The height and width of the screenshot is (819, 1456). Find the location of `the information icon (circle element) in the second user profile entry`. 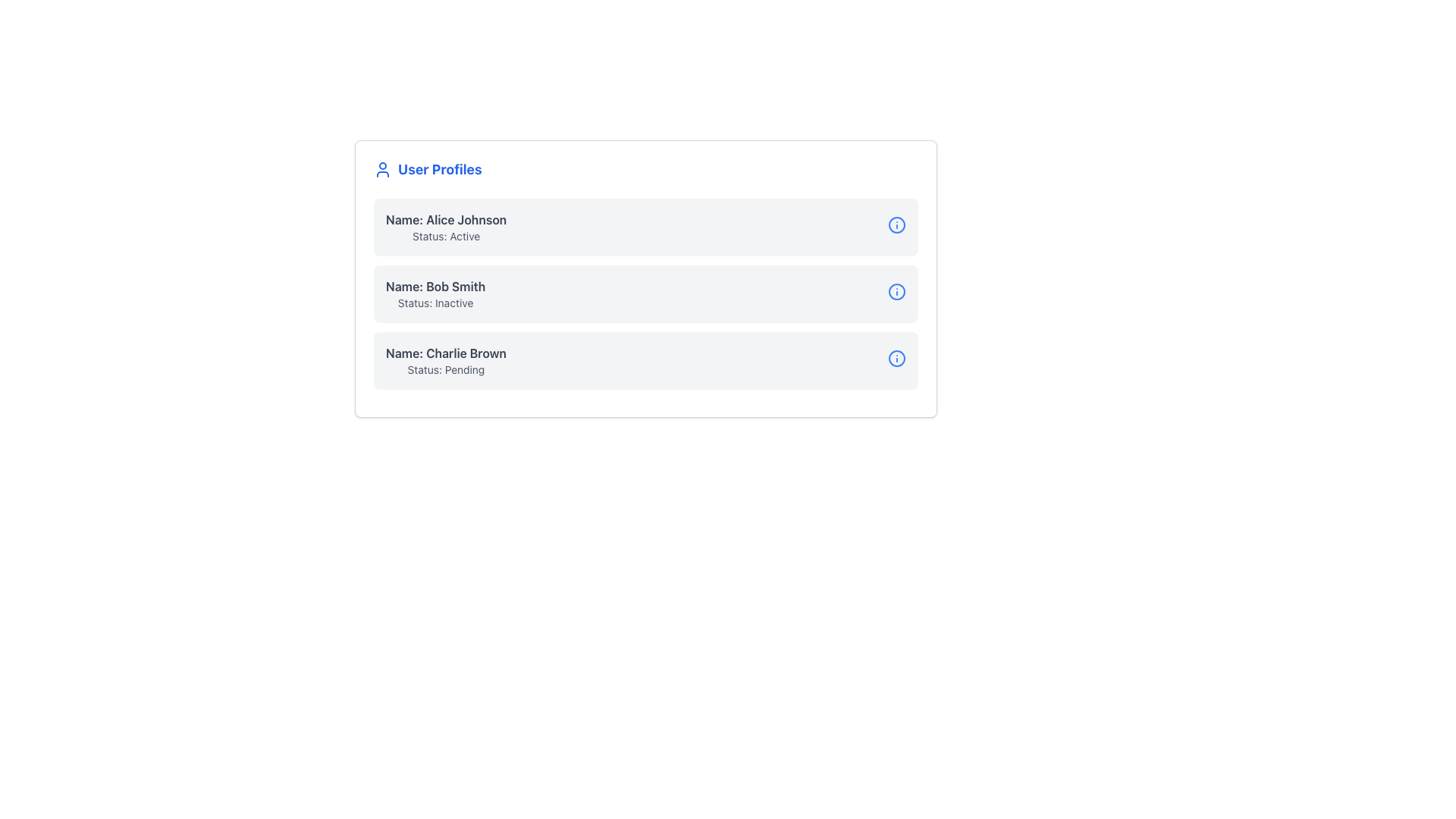

the information icon (circle element) in the second user profile entry is located at coordinates (896, 292).